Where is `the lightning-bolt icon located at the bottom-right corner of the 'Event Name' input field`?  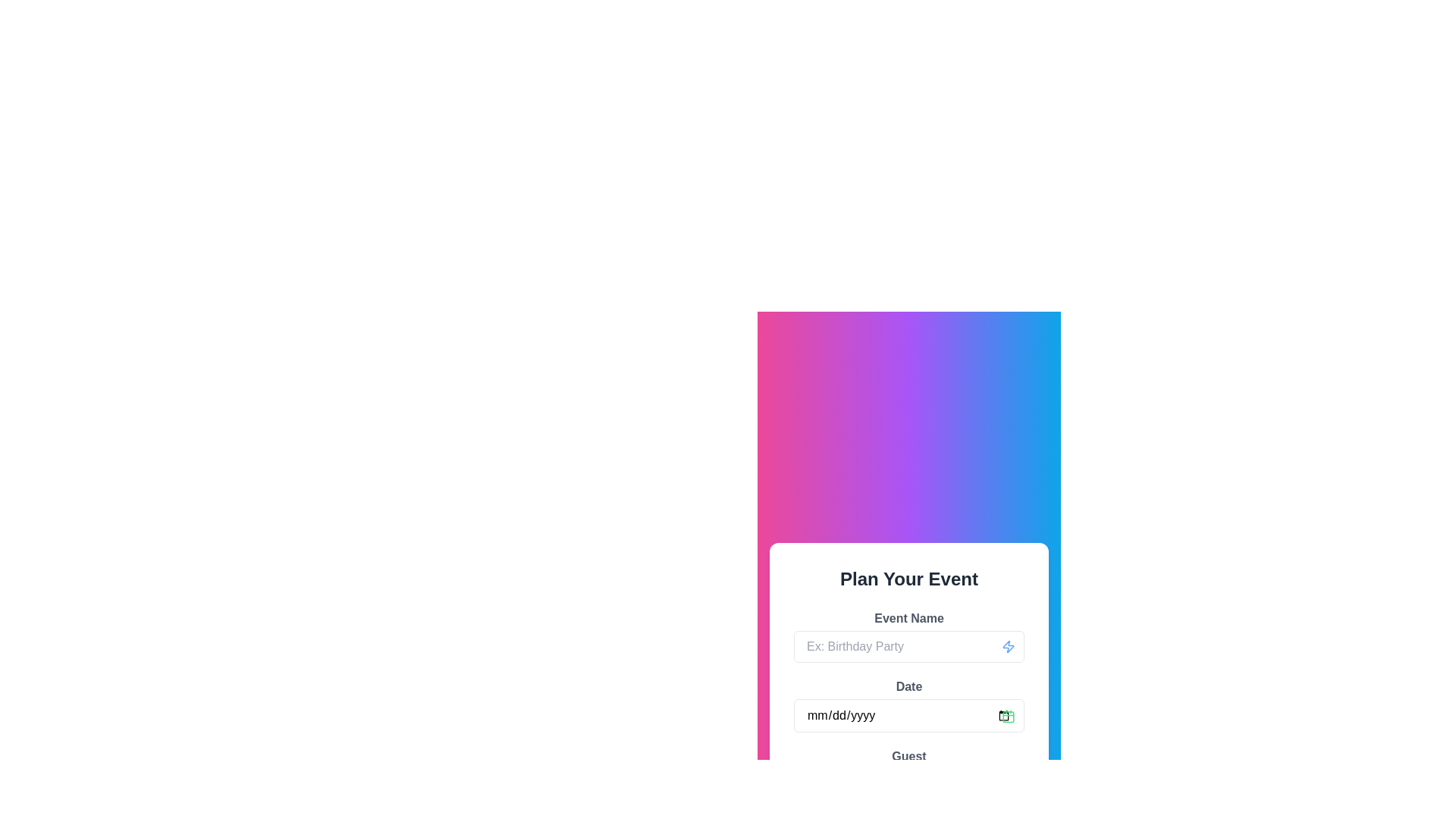 the lightning-bolt icon located at the bottom-right corner of the 'Event Name' input field is located at coordinates (1008, 646).